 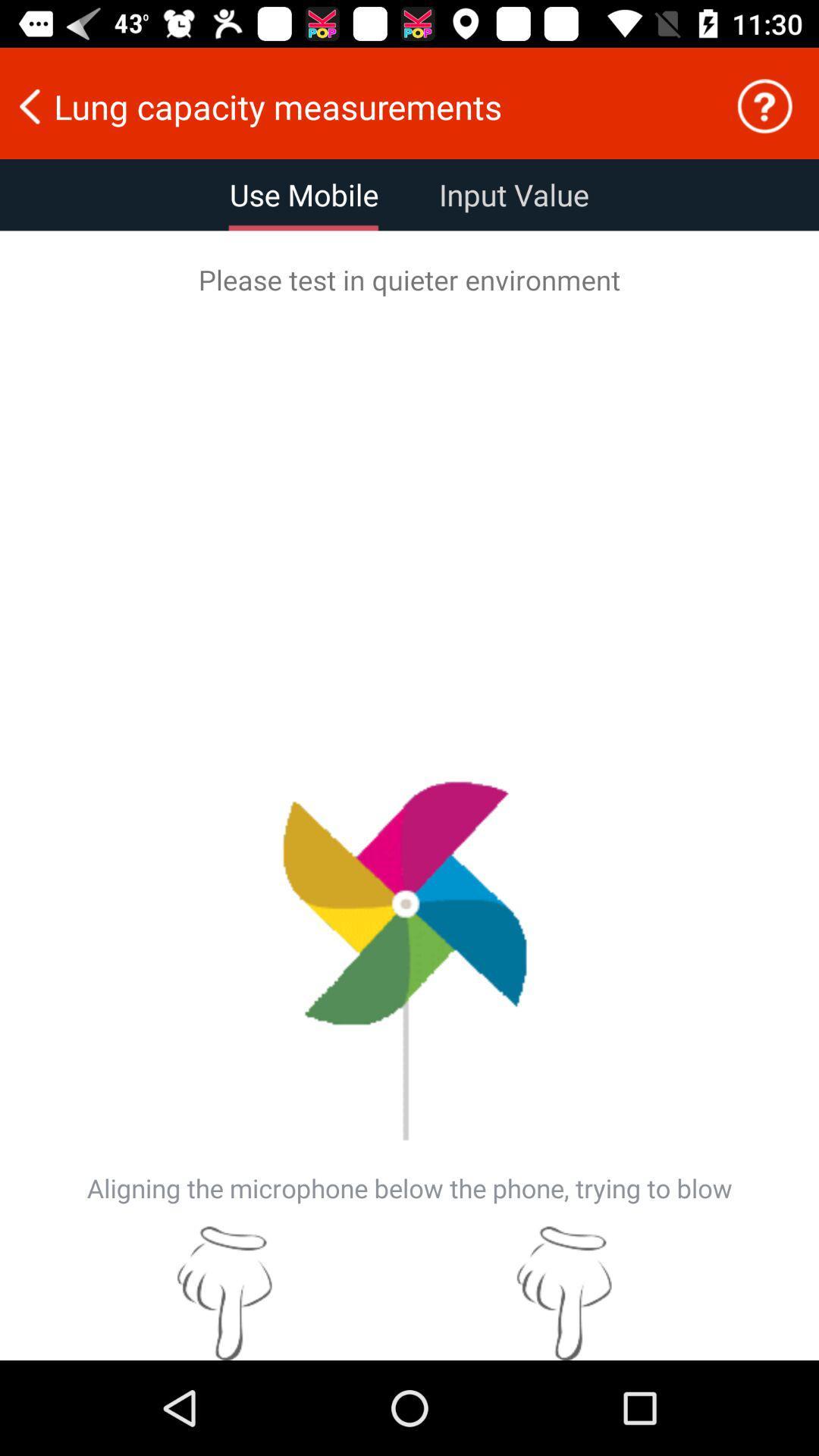 What do you see at coordinates (513, 194) in the screenshot?
I see `the item below lung capacity measurements icon` at bounding box center [513, 194].